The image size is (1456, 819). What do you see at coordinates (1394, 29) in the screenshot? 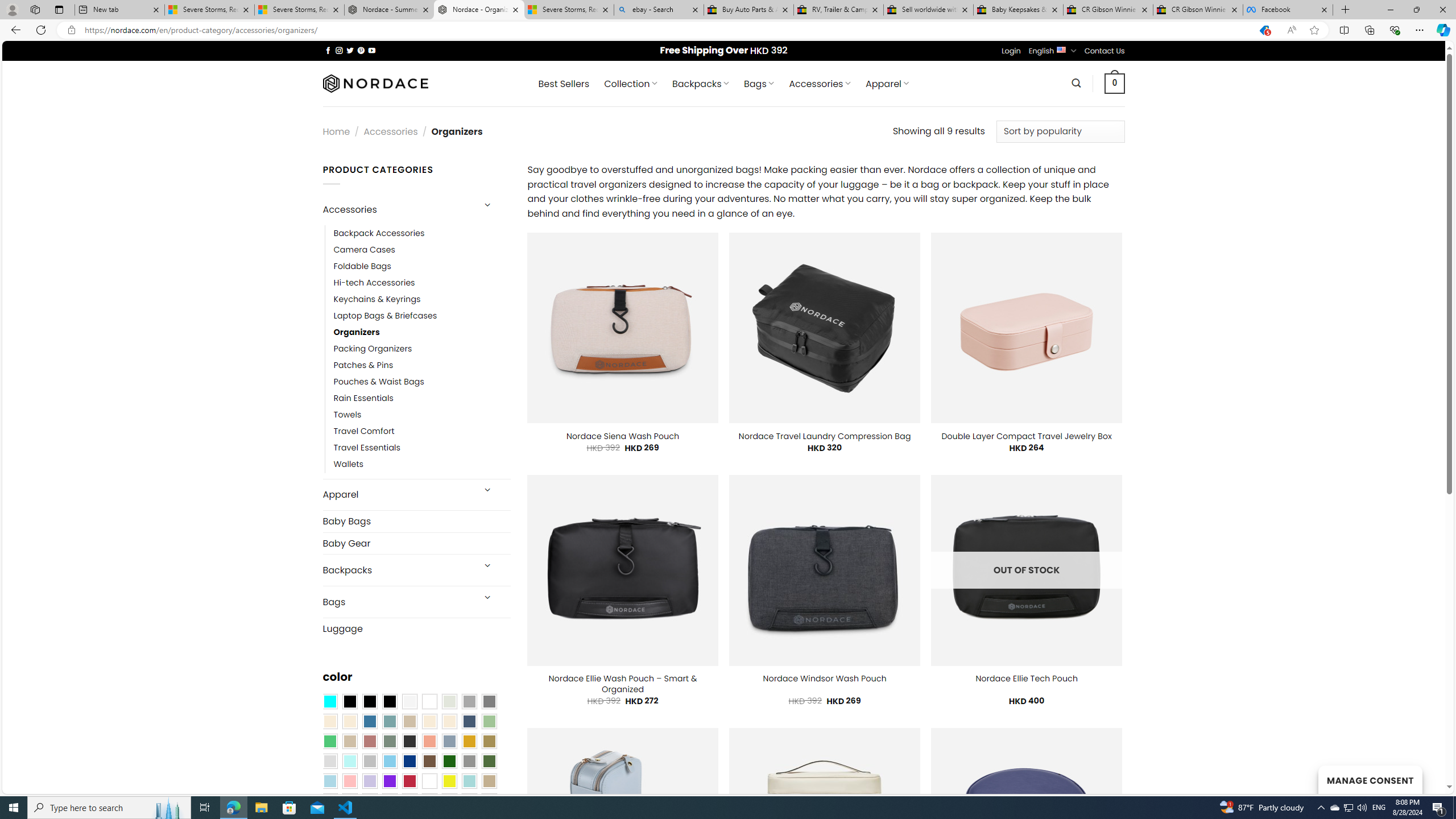
I see `'Browser essentials'` at bounding box center [1394, 29].